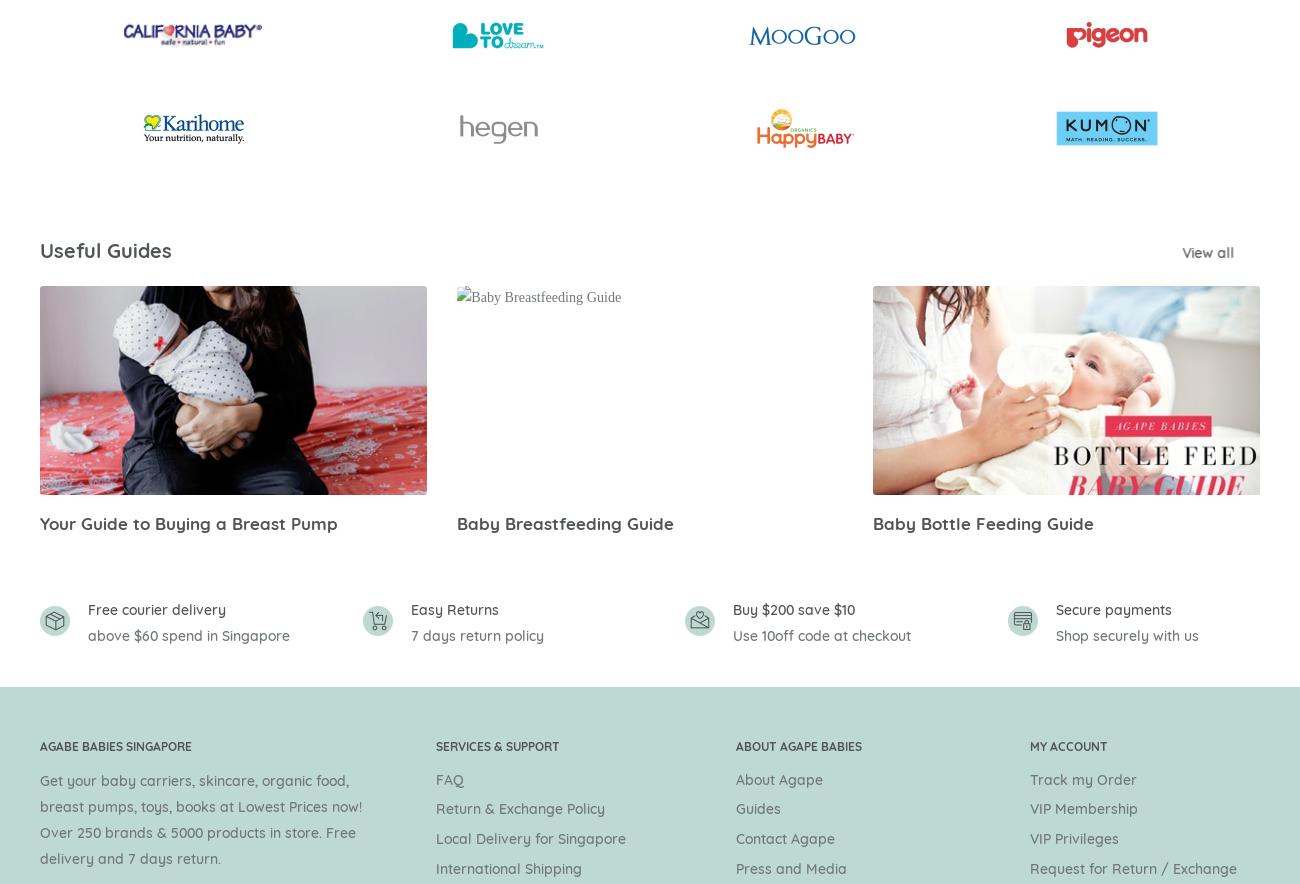 The height and width of the screenshot is (884, 1300). What do you see at coordinates (821, 633) in the screenshot?
I see `'Use 10off code at checkout'` at bounding box center [821, 633].